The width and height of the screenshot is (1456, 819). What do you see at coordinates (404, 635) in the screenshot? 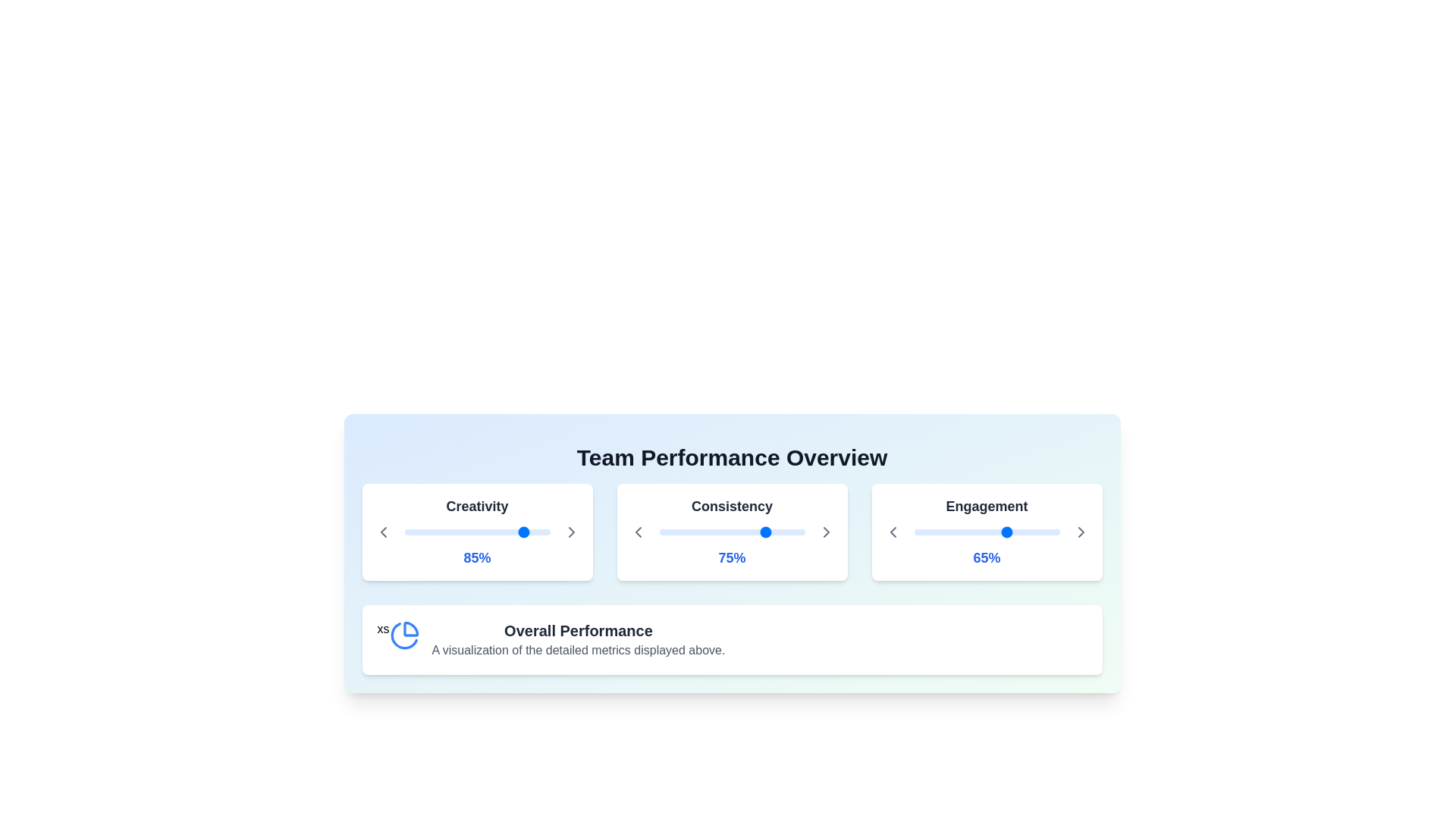
I see `the blue pie chart icon that represents a portion of data, located before the text 'Overall Performance' in the 'Team Performance Overview' section` at bounding box center [404, 635].